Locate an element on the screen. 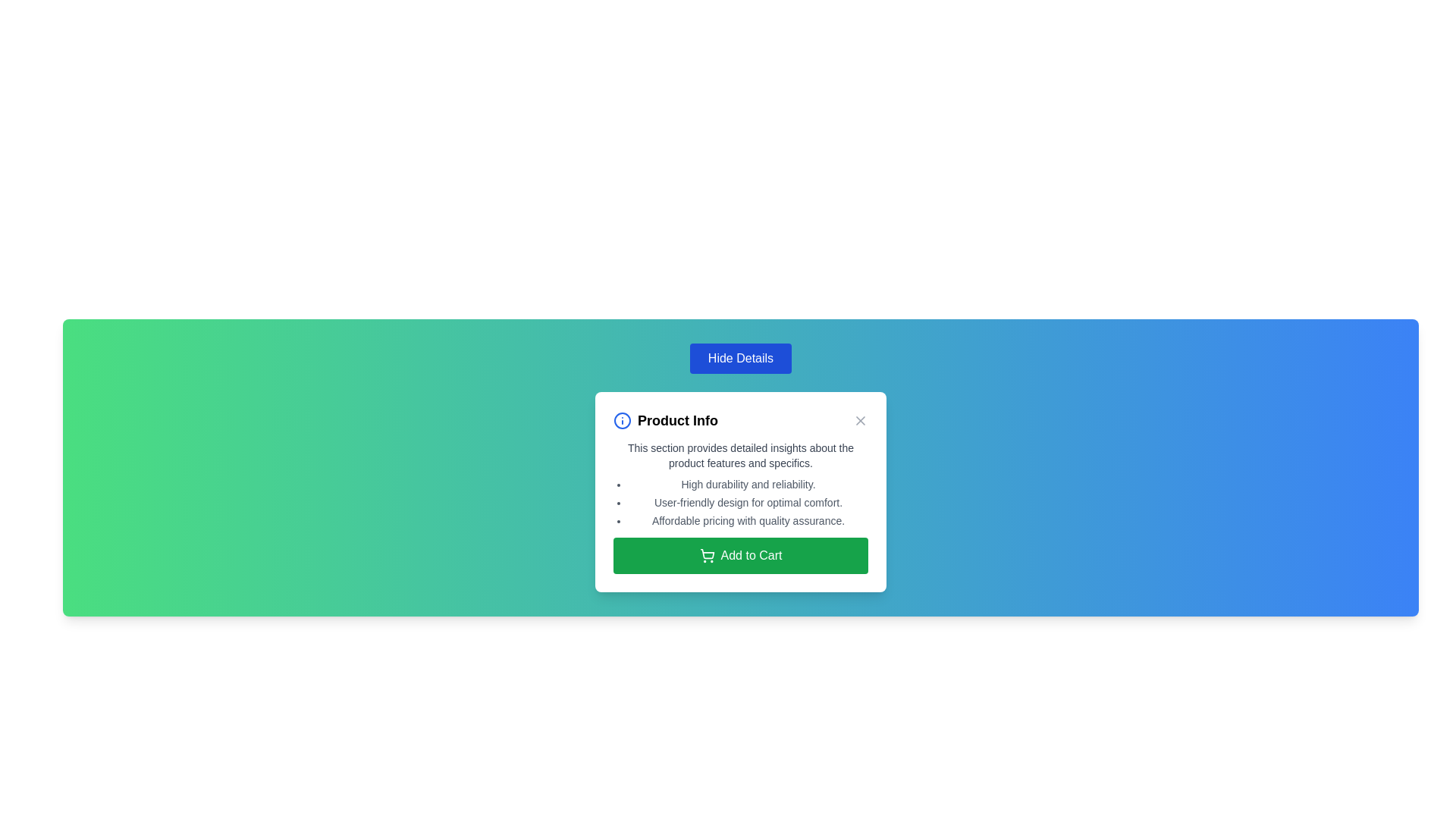  the second item in the bulleted list within the 'Product Info' modal, which highlights the feature 'High durability and reliability.' is located at coordinates (748, 503).